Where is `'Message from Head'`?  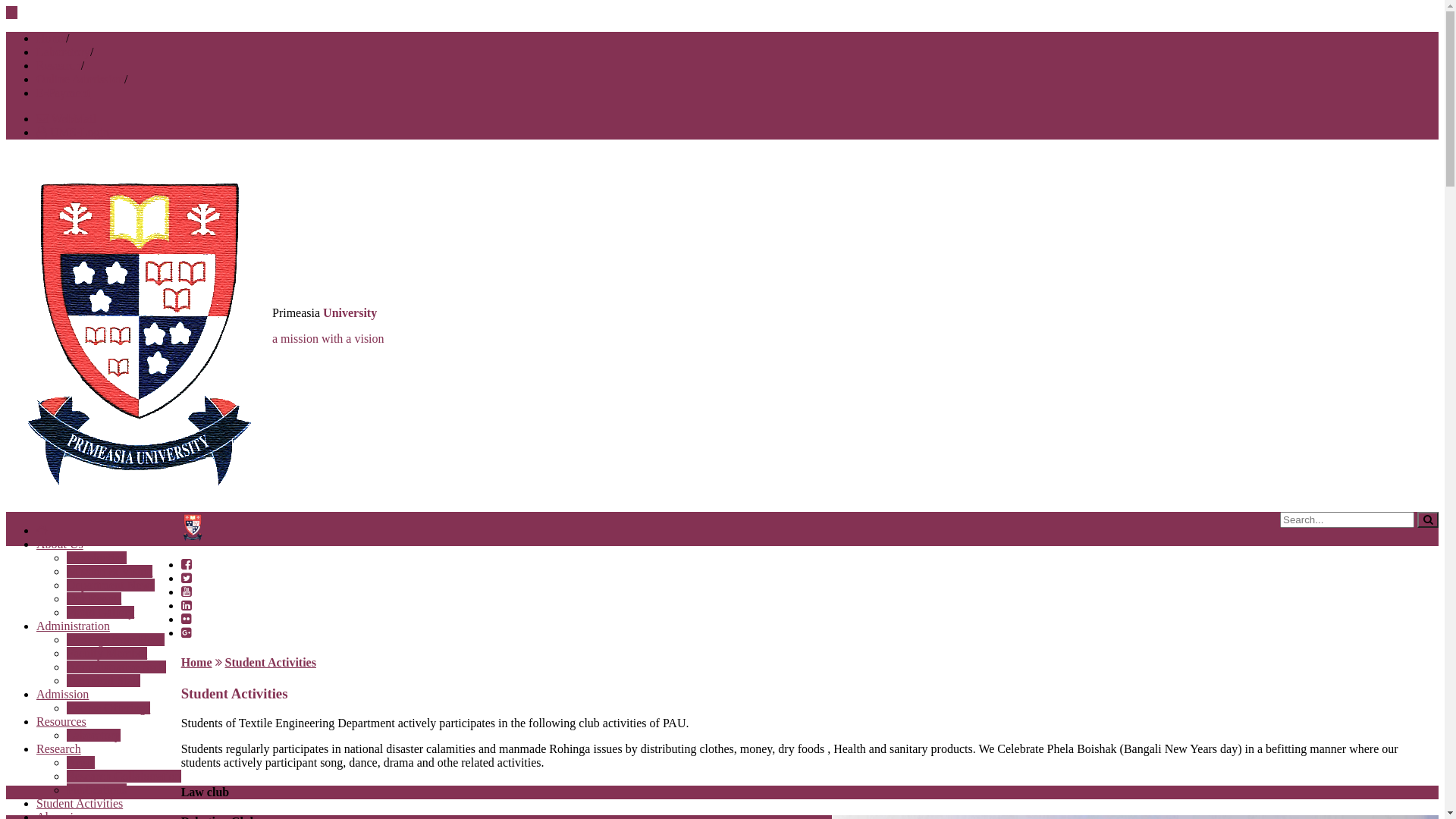 'Message from Head' is located at coordinates (115, 639).